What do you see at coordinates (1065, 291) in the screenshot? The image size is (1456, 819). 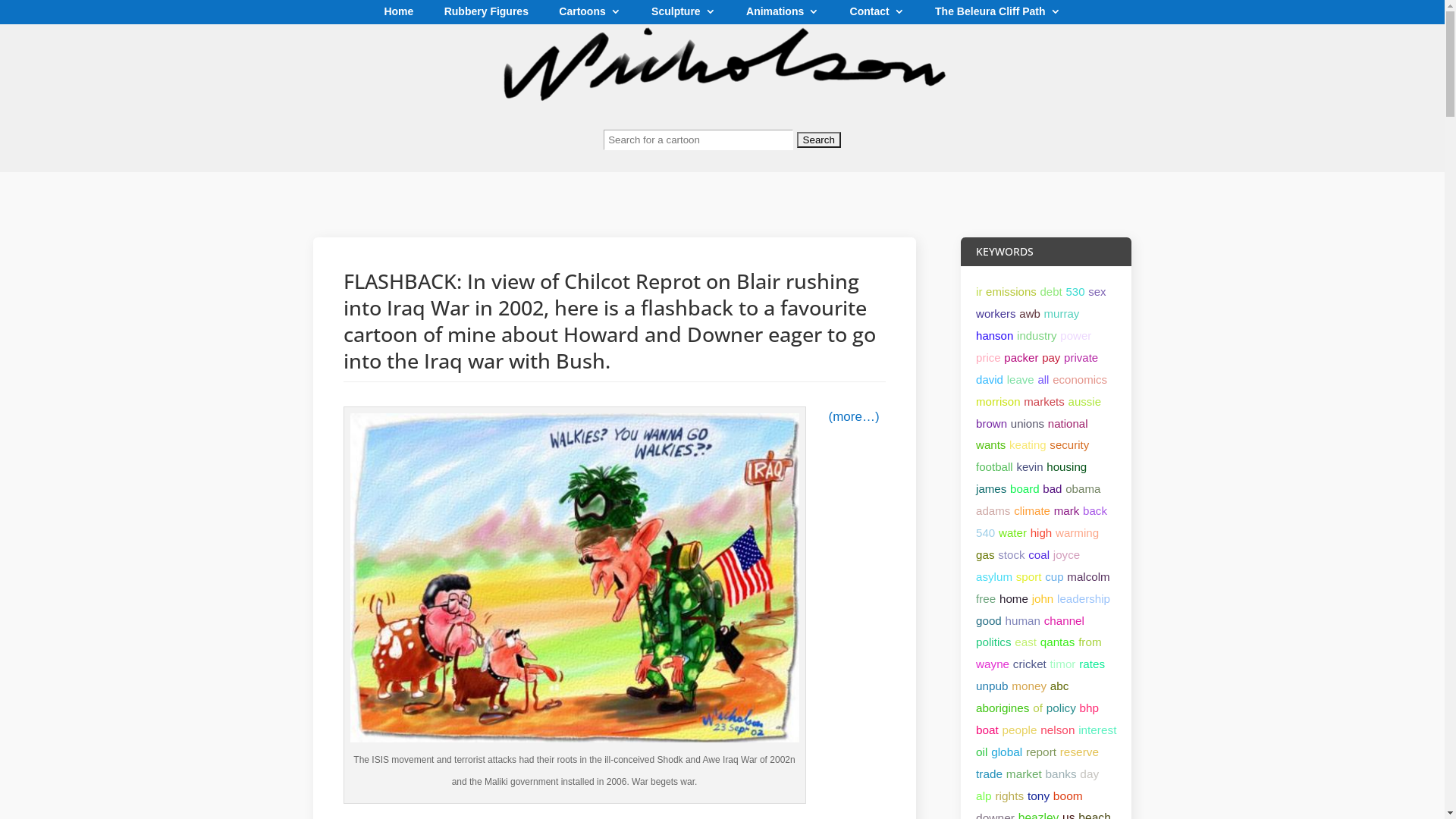 I see `'530'` at bounding box center [1065, 291].